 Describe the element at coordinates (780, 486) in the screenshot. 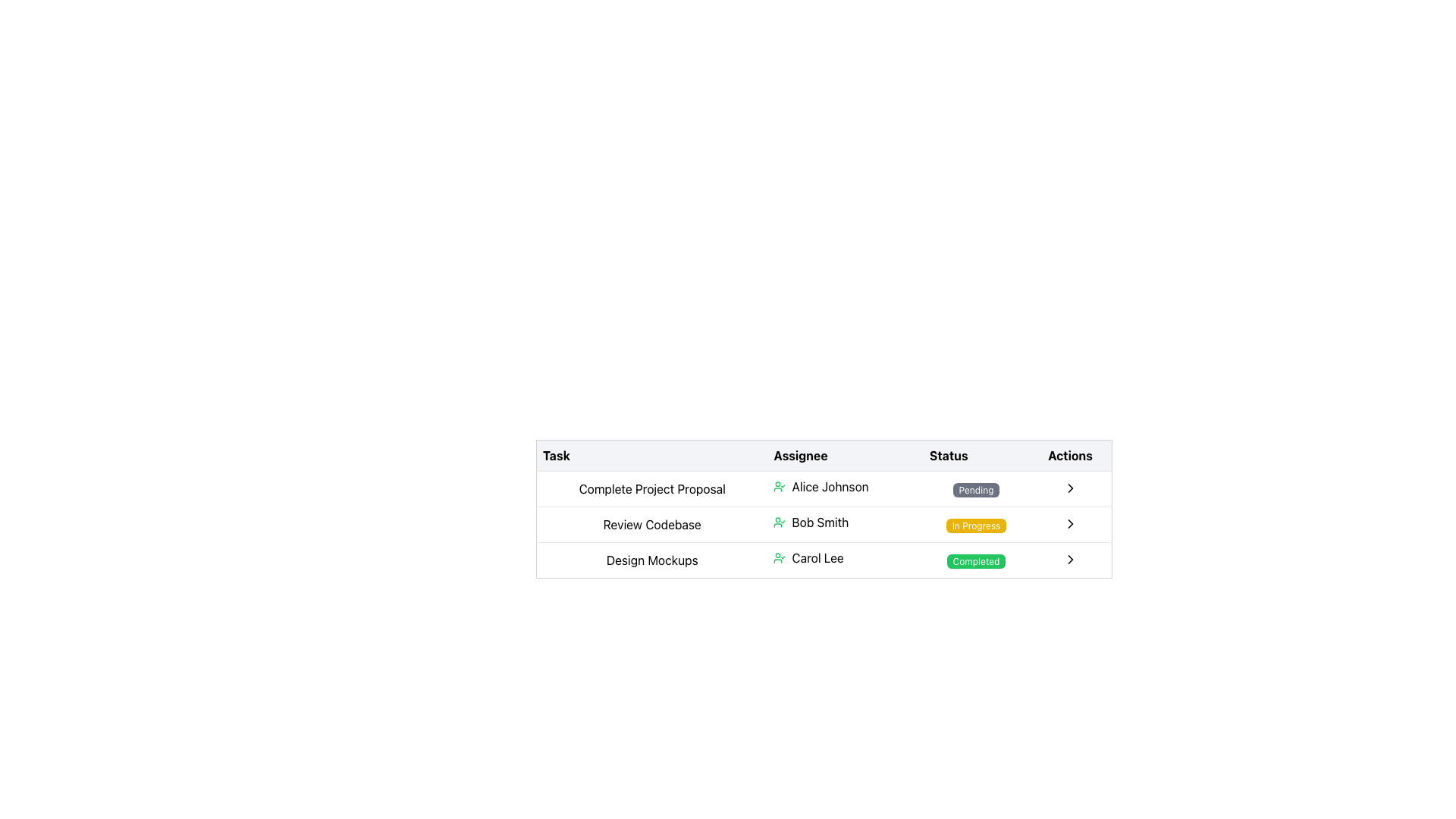

I see `the verification icon for Alice Johnson located in the 'Assignee' column of the first task row in the table` at that location.